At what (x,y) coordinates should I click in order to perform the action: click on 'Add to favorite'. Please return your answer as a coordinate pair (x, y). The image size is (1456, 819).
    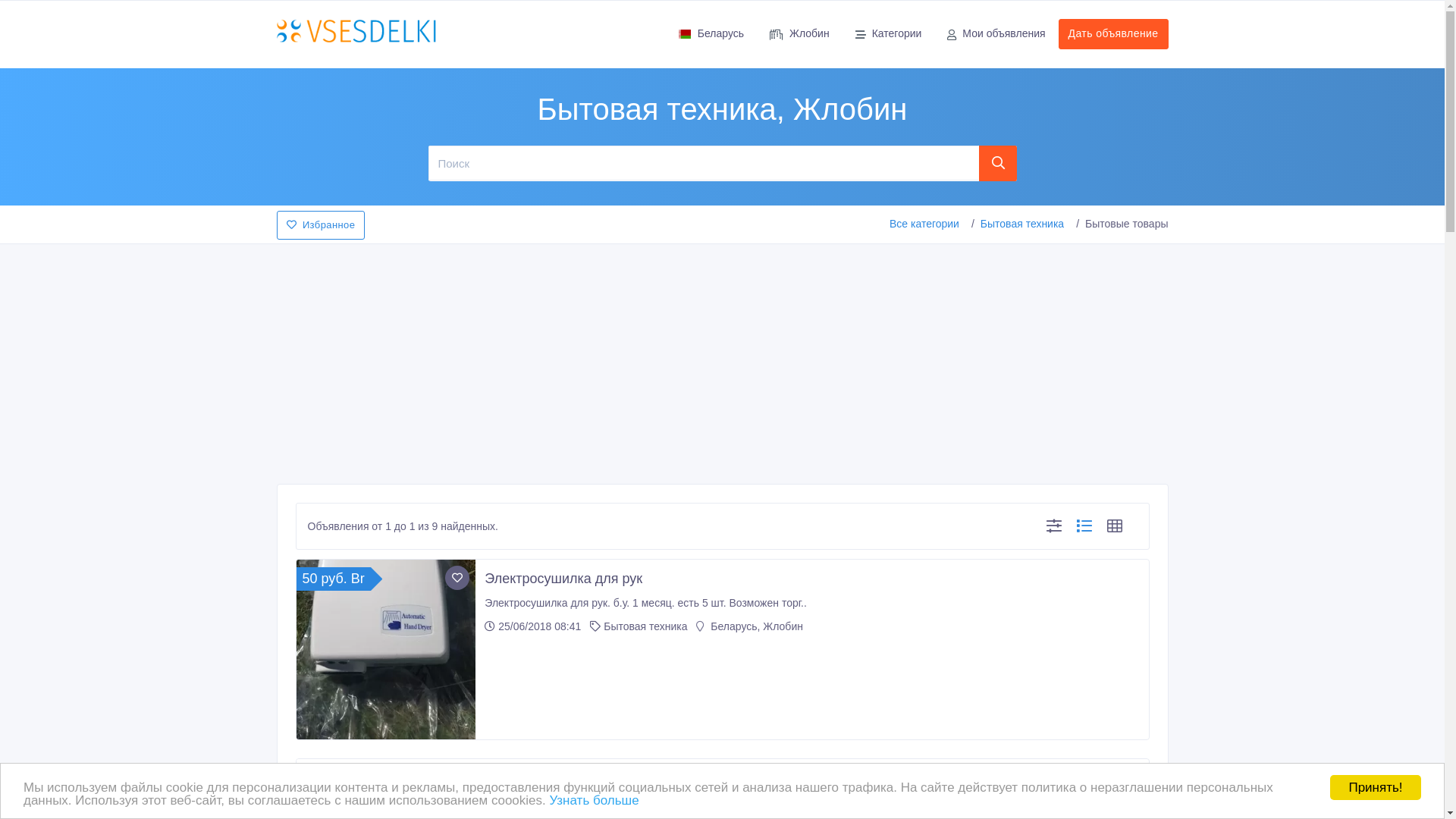
    Looking at the image, I should click on (457, 578).